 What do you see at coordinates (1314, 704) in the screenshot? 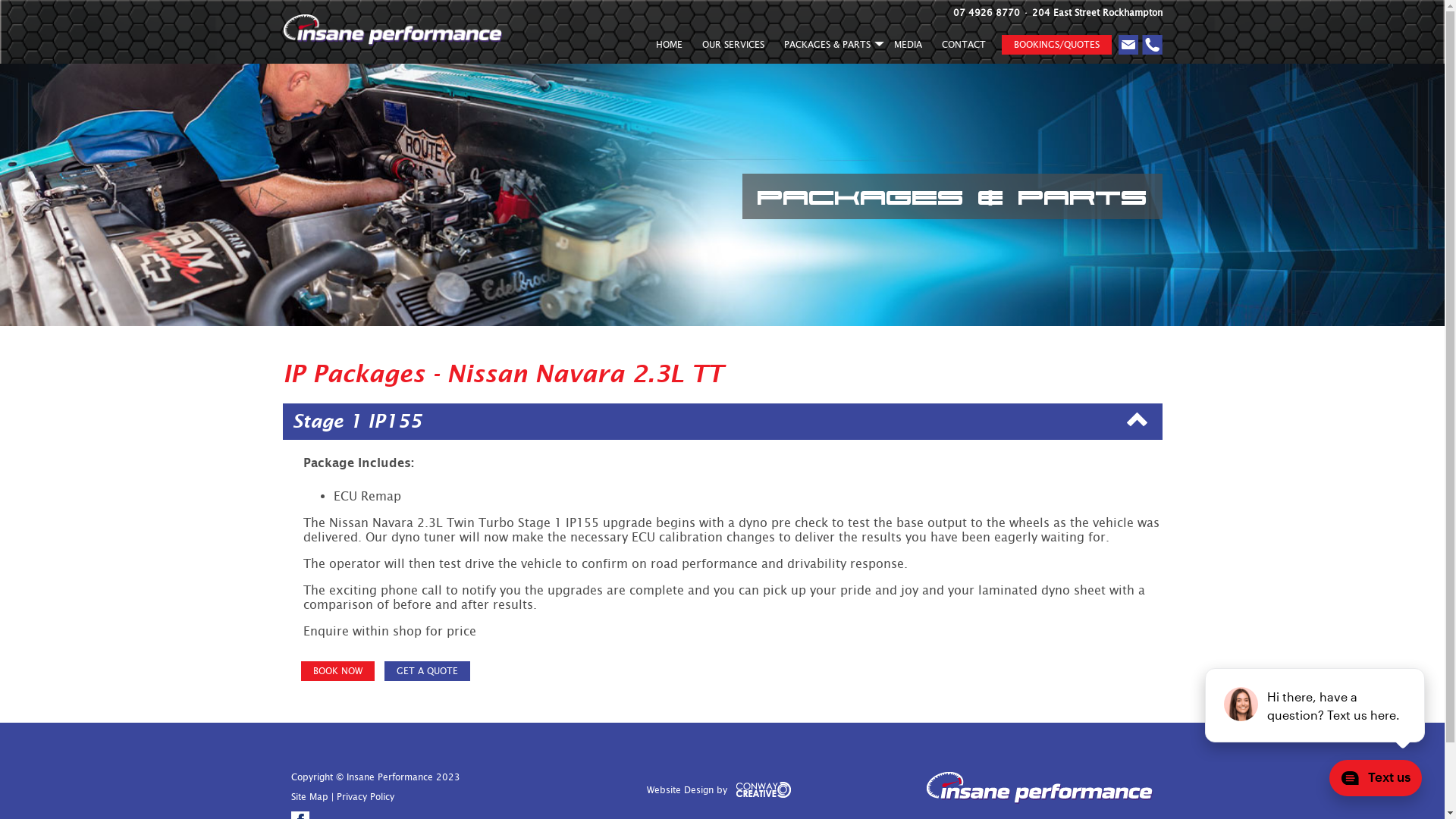
I see `'podium webchat widget prompt'` at bounding box center [1314, 704].